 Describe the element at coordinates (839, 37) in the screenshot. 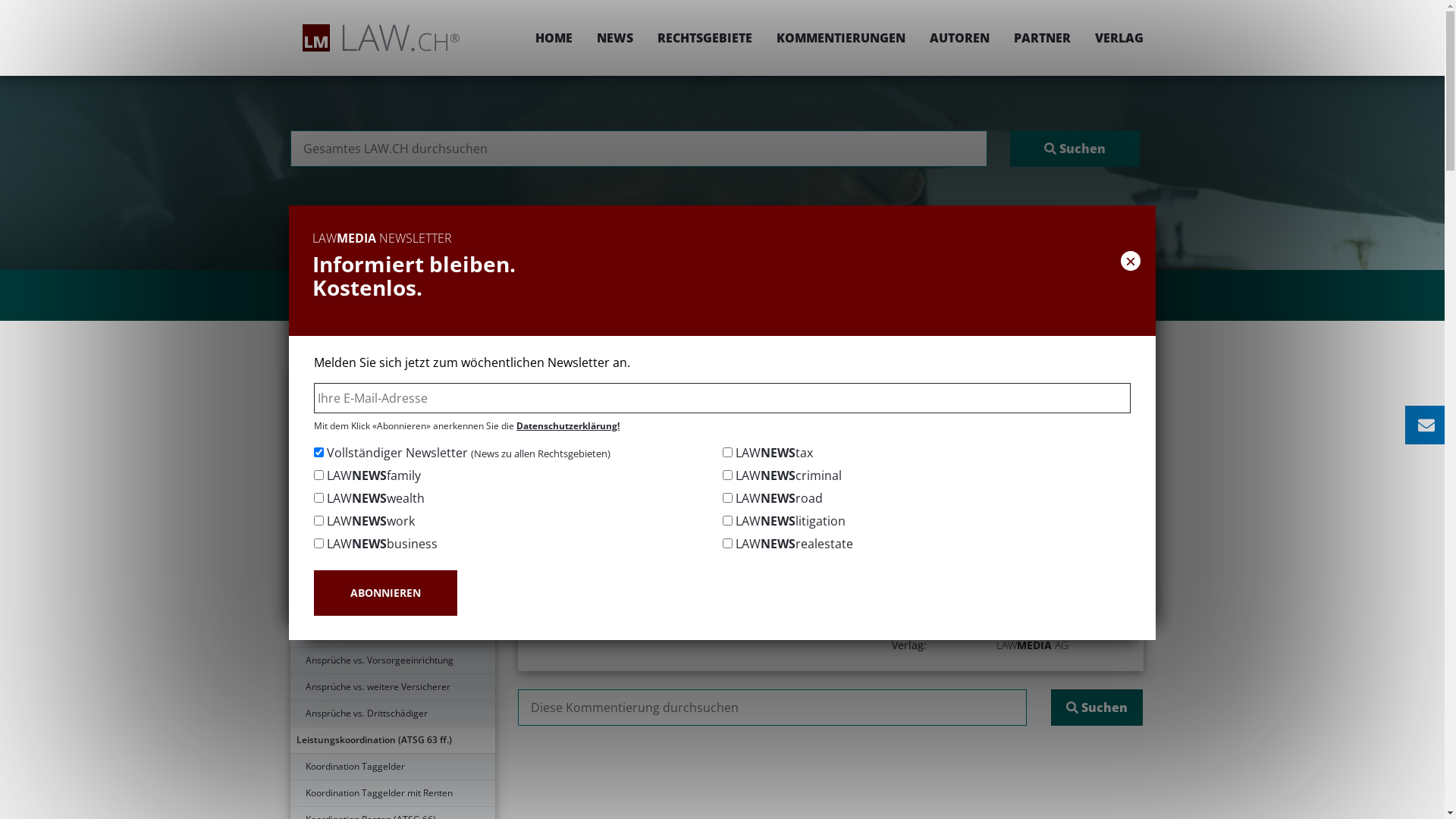

I see `'KOMMENTIERUNGEN'` at that location.